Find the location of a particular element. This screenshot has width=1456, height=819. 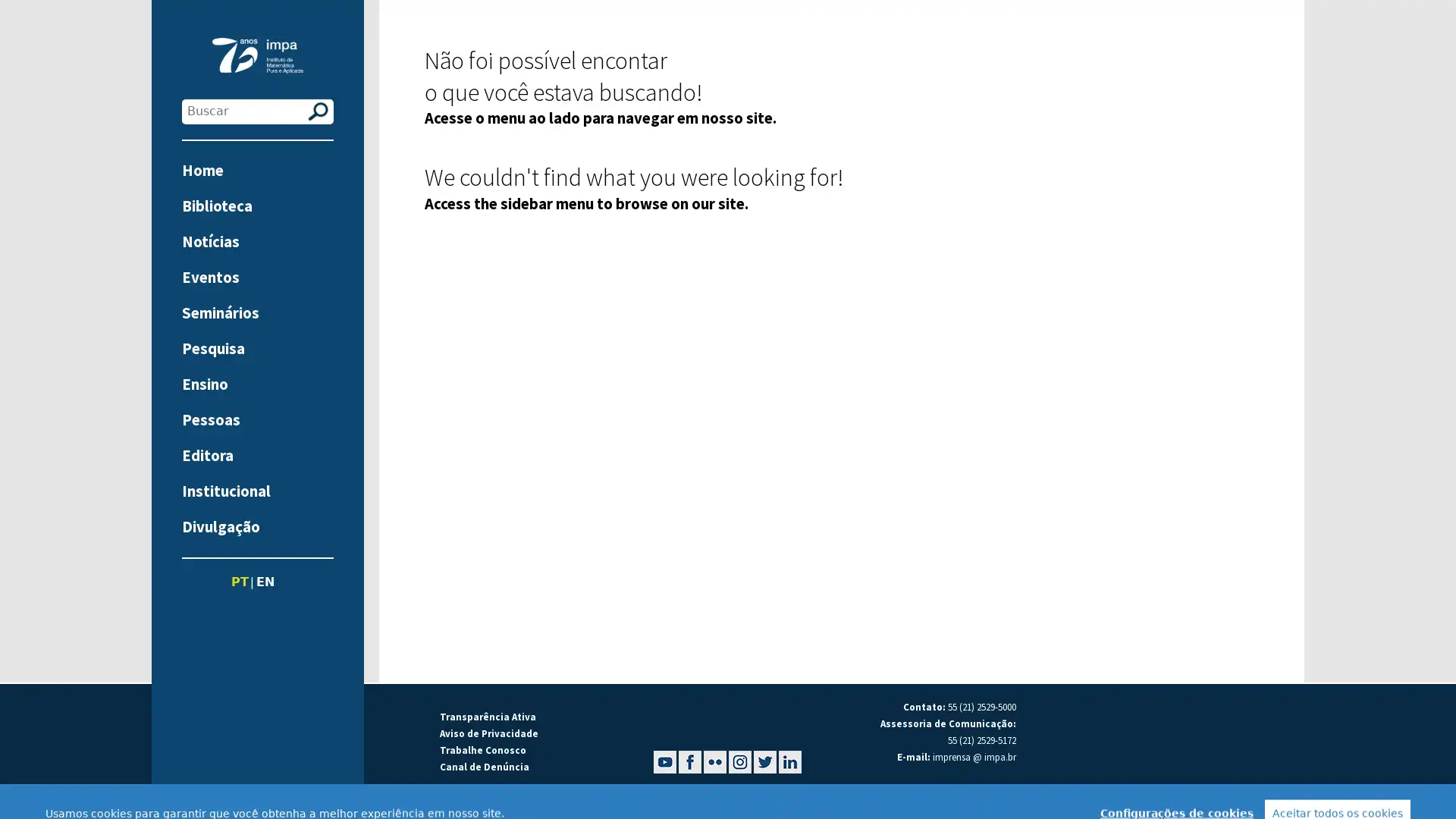

PT is located at coordinates (239, 581).